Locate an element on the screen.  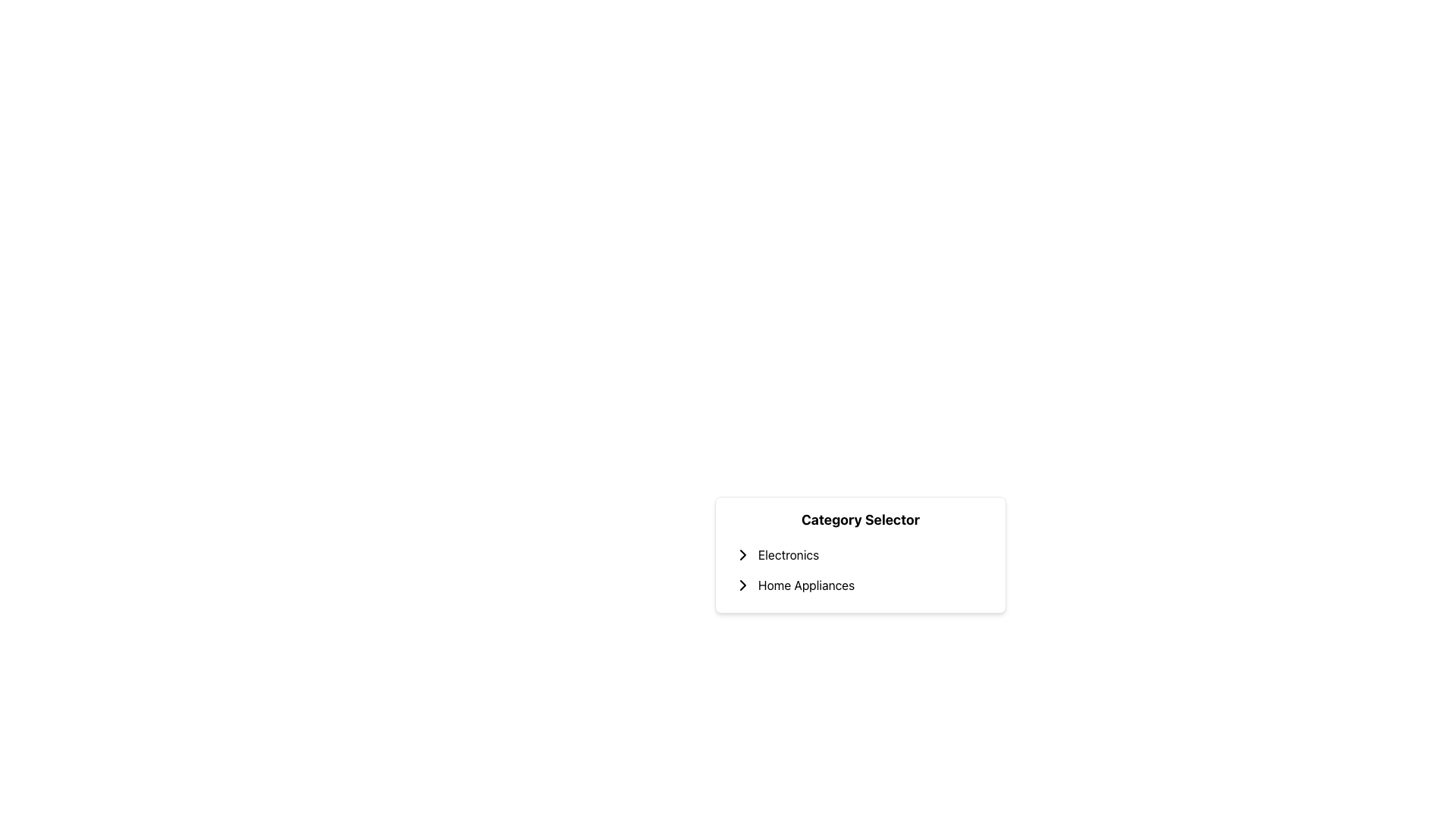
the triangular arrow icon pointing to the right that is positioned to the left of the text 'Electronics' in the 'Category Selector' card is located at coordinates (742, 555).